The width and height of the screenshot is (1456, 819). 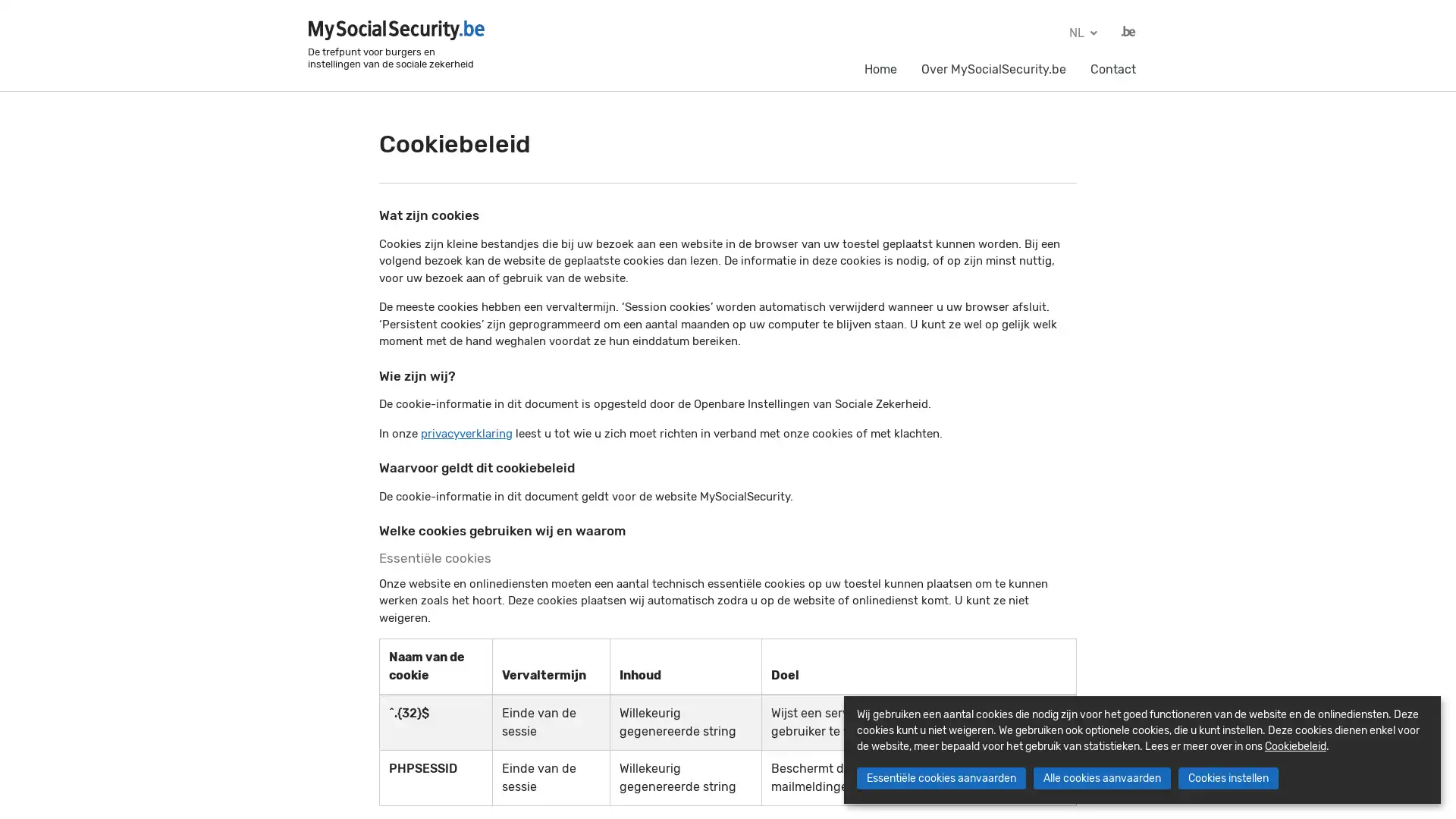 What do you see at coordinates (1227, 778) in the screenshot?
I see `Cookies instellen` at bounding box center [1227, 778].